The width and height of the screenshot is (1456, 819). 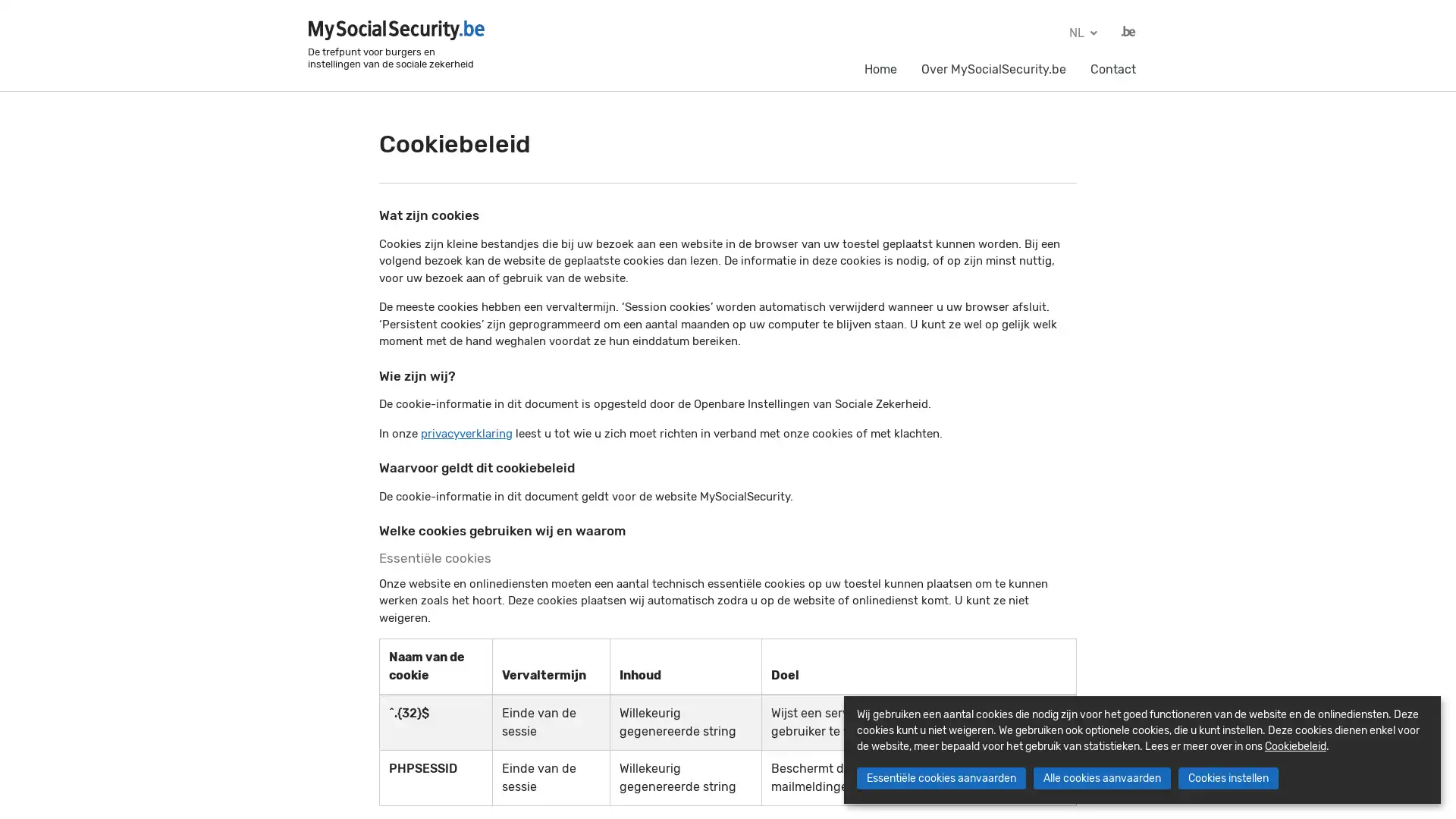 What do you see at coordinates (1227, 778) in the screenshot?
I see `Cookies instellen` at bounding box center [1227, 778].